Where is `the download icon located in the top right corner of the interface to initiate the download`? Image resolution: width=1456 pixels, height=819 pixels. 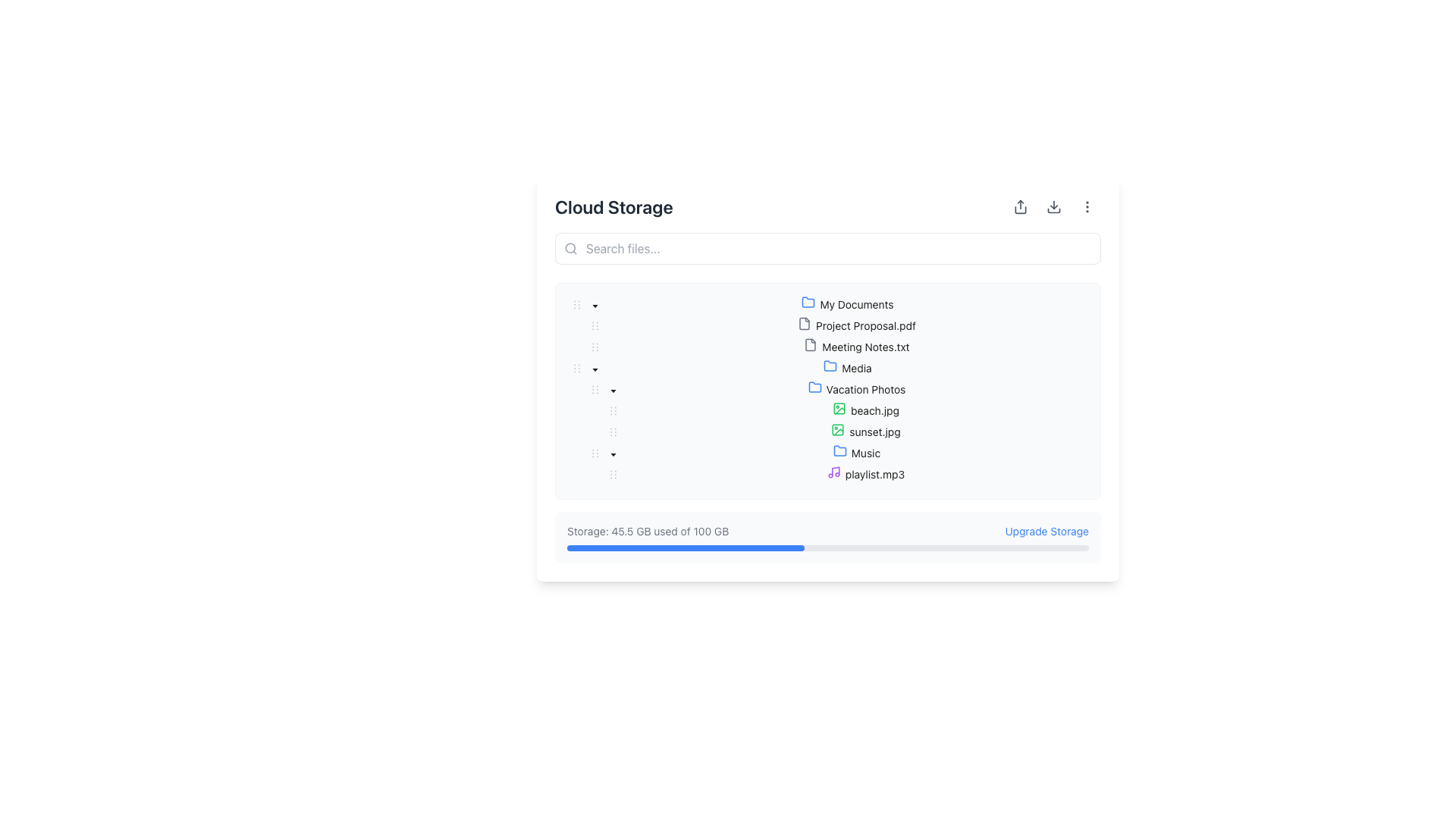
the download icon located in the top right corner of the interface to initiate the download is located at coordinates (1053, 207).